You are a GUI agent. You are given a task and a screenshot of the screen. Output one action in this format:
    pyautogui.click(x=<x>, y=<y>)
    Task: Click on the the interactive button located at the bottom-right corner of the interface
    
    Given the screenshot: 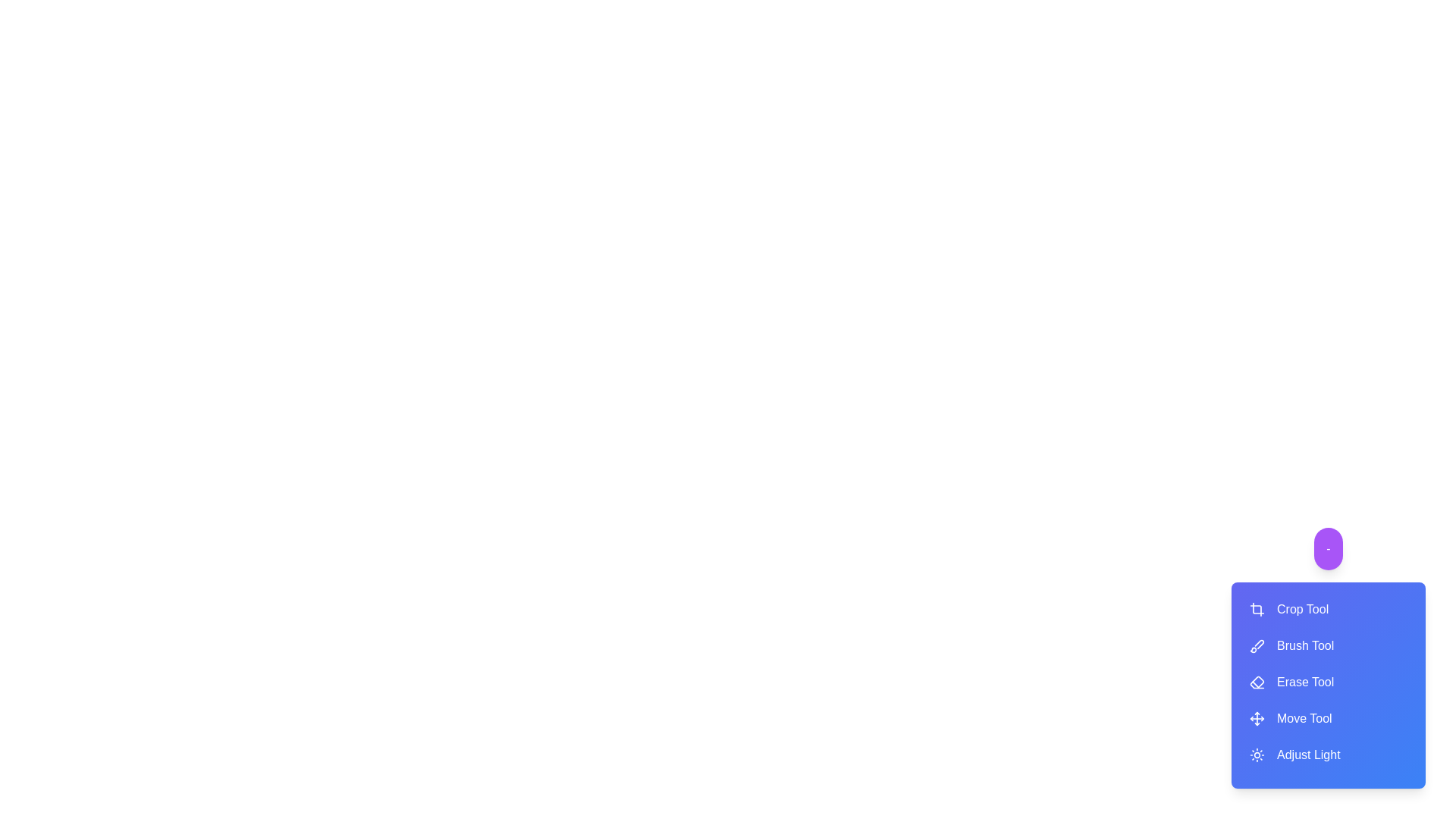 What is the action you would take?
    pyautogui.click(x=1328, y=549)
    